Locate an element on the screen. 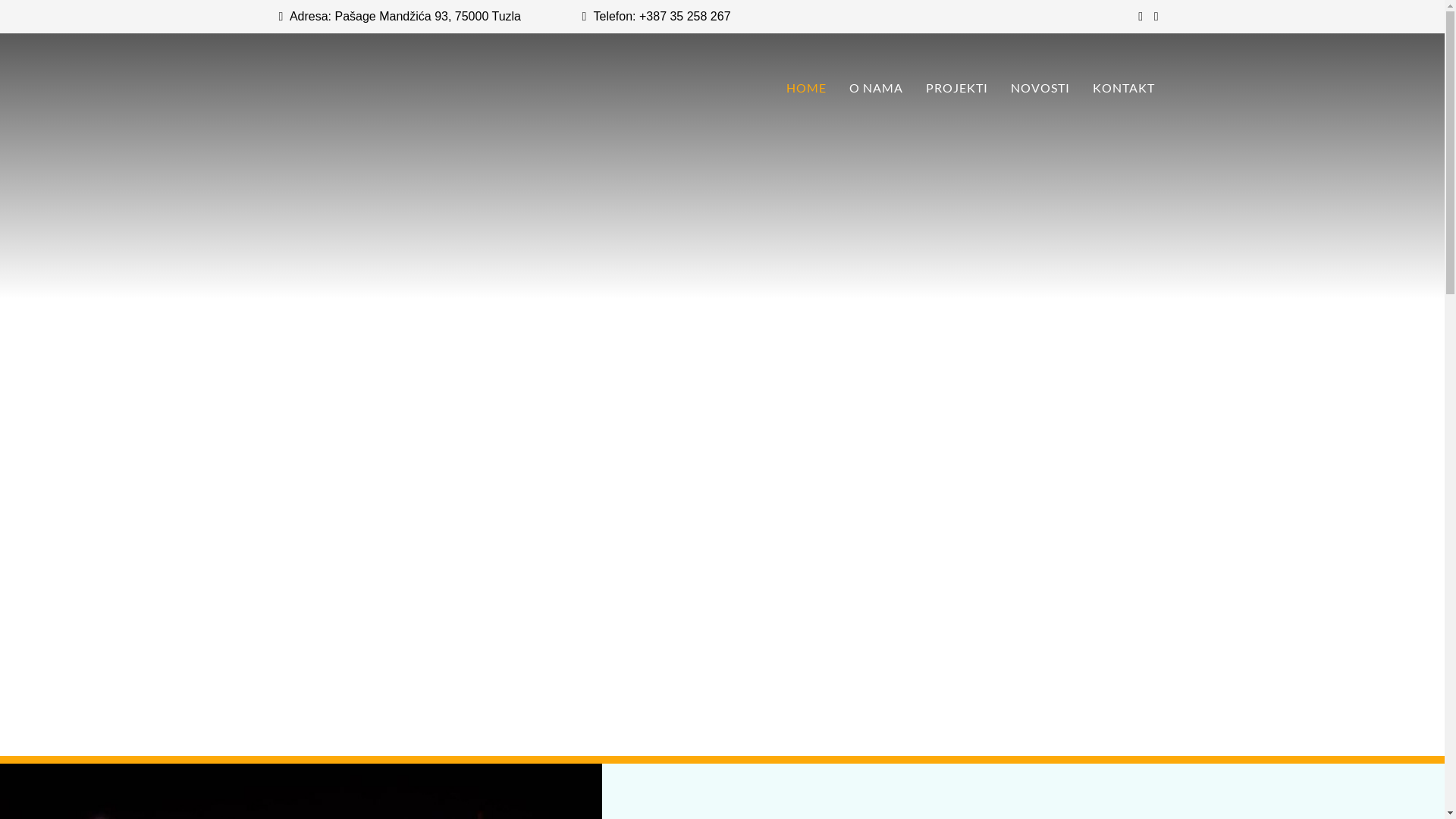  'HOME' is located at coordinates (775, 87).